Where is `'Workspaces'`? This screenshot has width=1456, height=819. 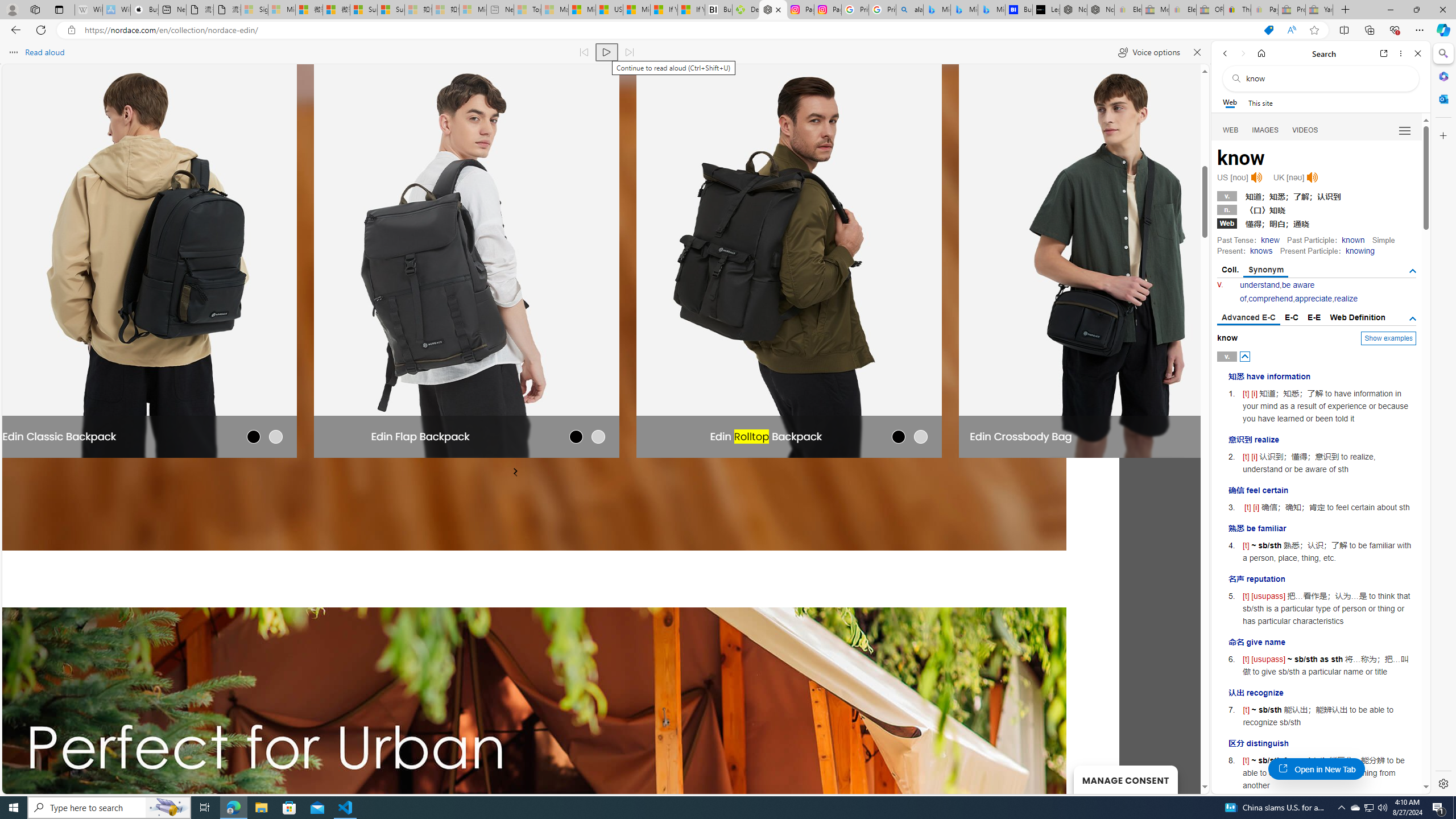
'Workspaces' is located at coordinates (35, 9).